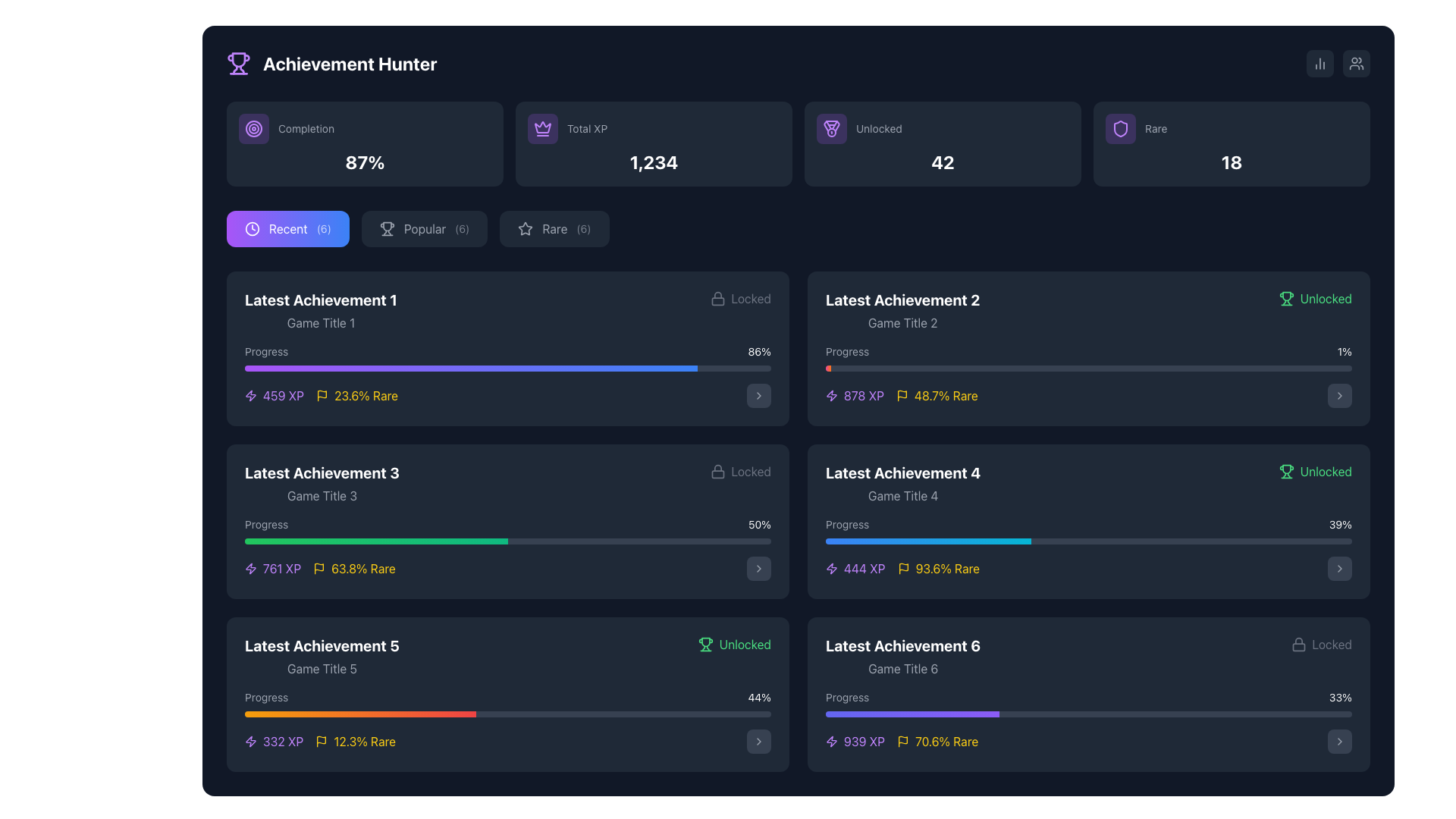  What do you see at coordinates (946, 741) in the screenshot?
I see `the text displaying the rarity percentage of the achievement for 'Latest Achievement 6', which is located next to a flag icon in the list item` at bounding box center [946, 741].